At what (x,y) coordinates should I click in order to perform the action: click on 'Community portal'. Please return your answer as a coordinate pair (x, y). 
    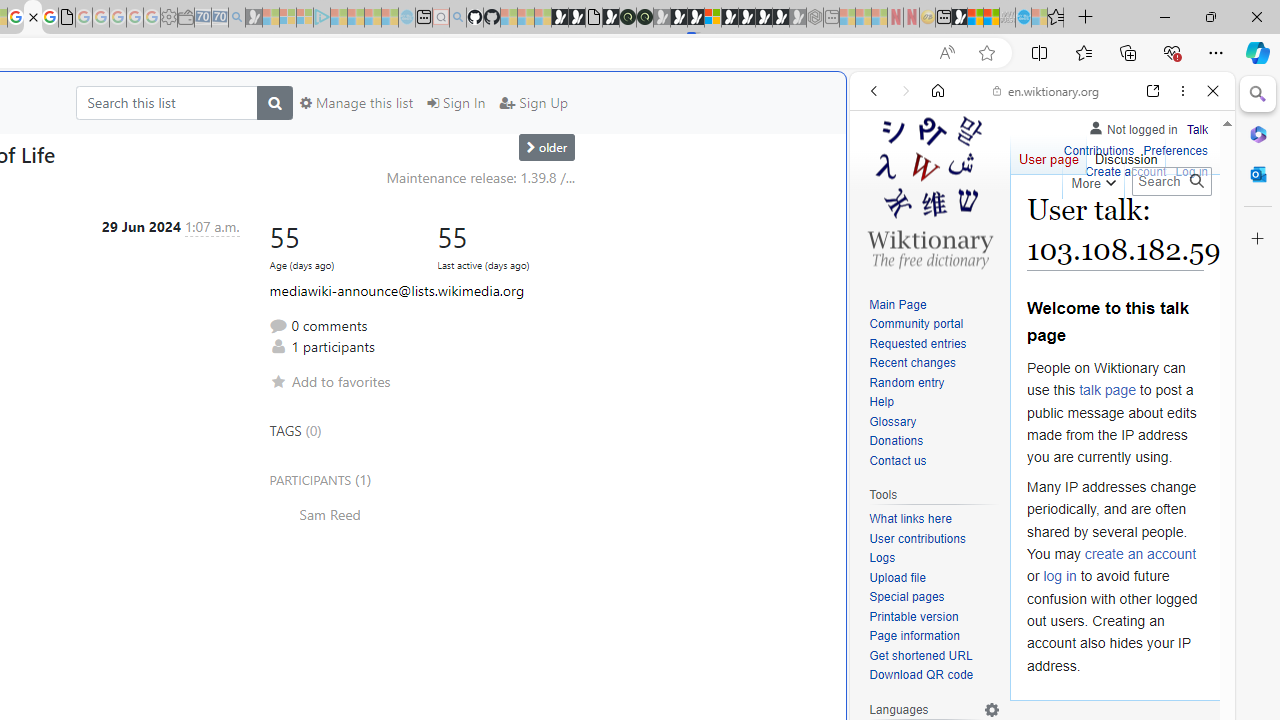
    Looking at the image, I should click on (915, 323).